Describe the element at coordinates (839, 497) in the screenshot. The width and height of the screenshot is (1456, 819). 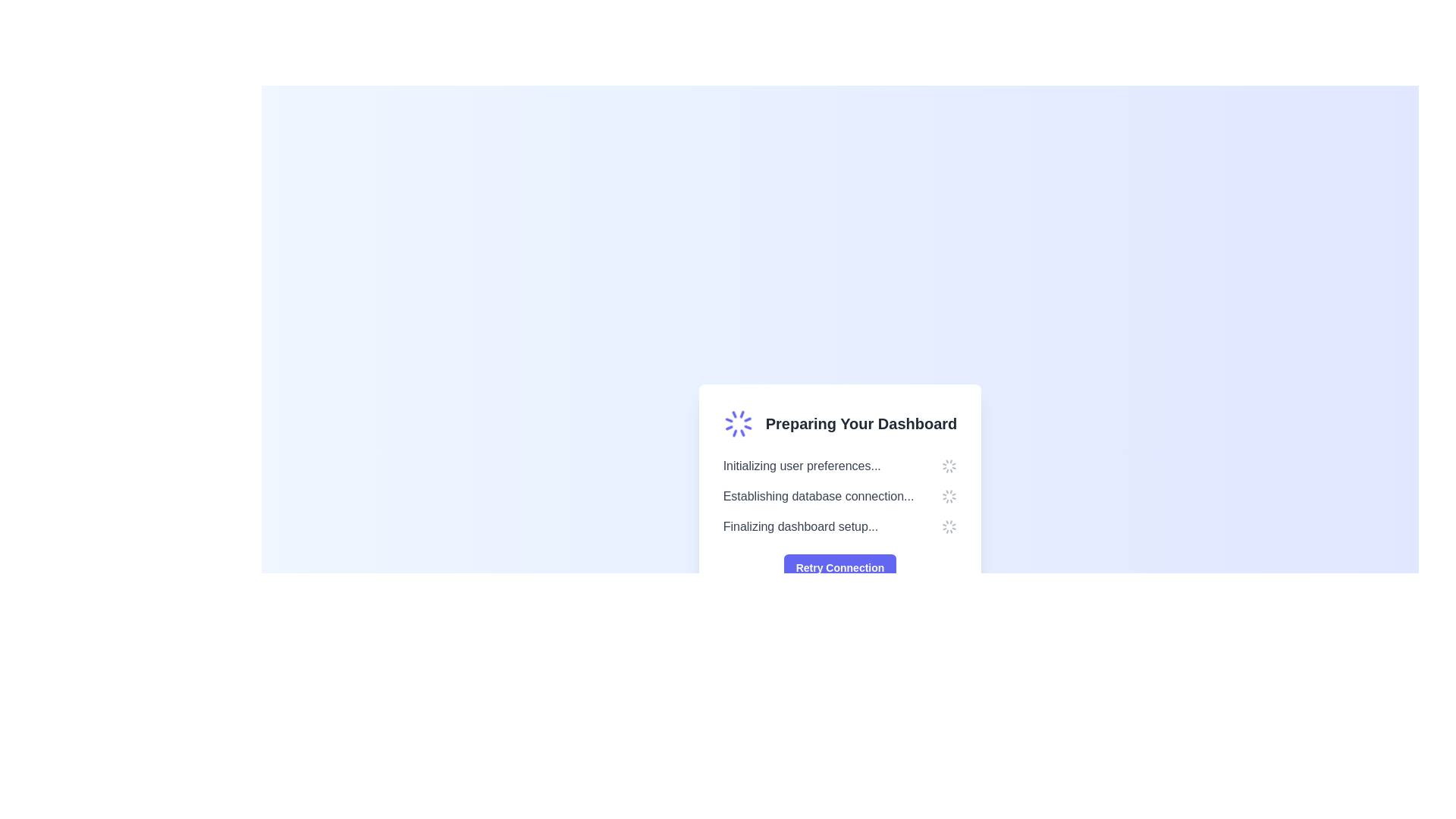
I see `the loading status of the Status Indicator with Text and Spinner that shows the ongoing process of establishing a database connection, located in the center of the card, between 'Initializing user preferences...' and 'Finalizing dashboard setup...'` at that location.